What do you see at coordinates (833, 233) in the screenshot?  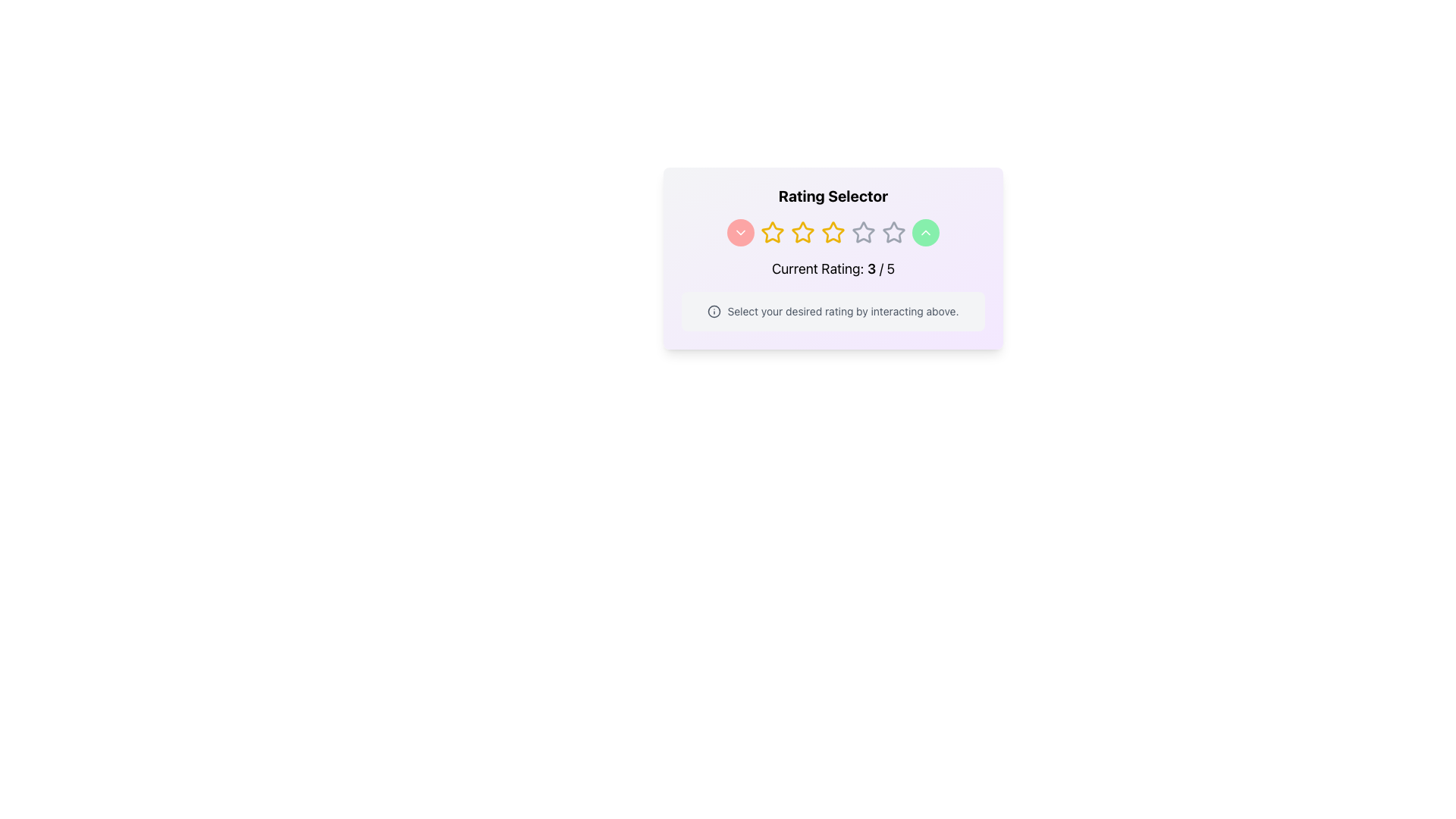 I see `the third yellow star icon in the rating selector component, which is positioned below the heading 'Rating Selector' and above the text 'Current Rating: 3 / 5'` at bounding box center [833, 233].